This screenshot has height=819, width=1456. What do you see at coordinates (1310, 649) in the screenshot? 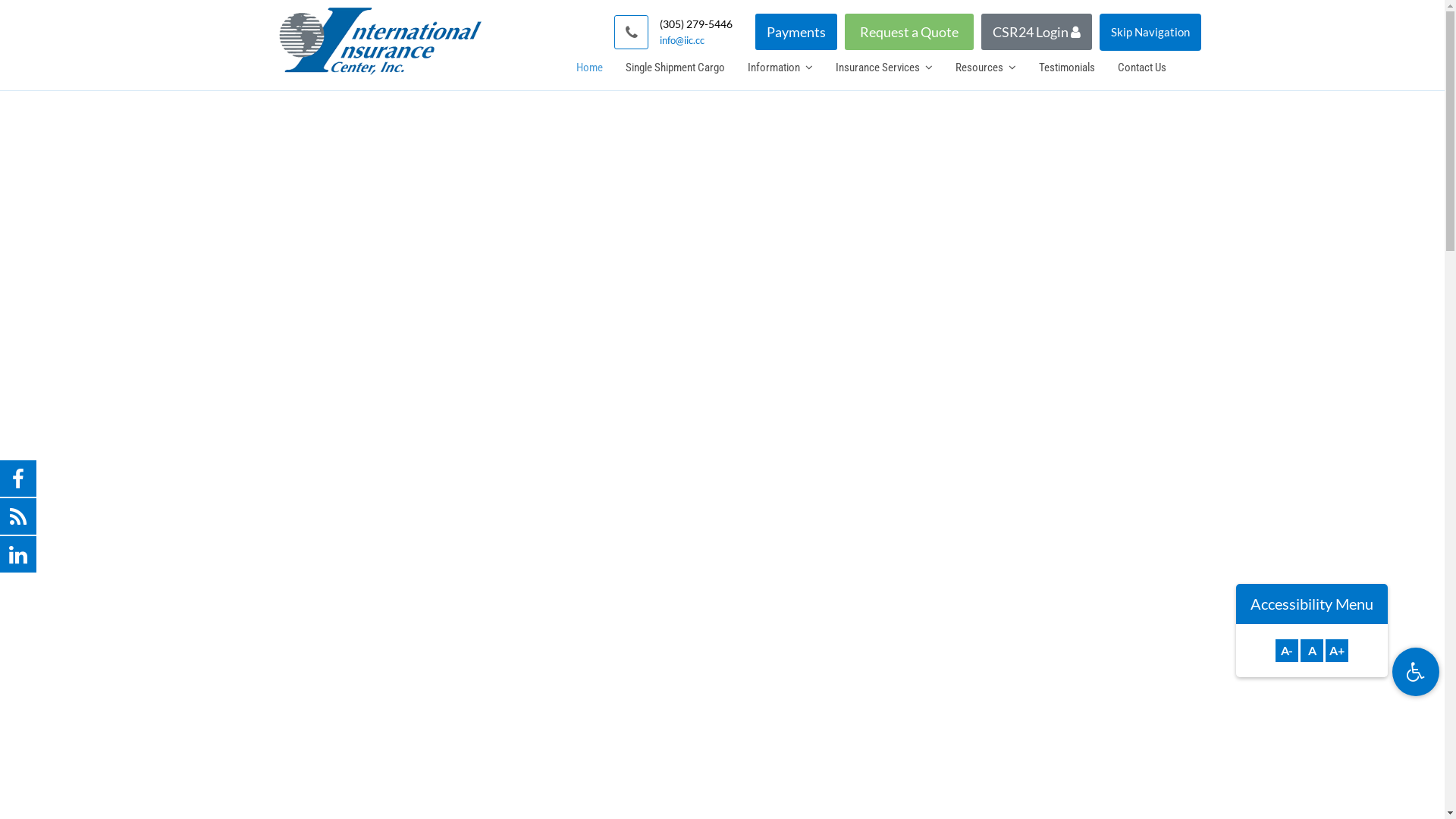
I see `'A'` at bounding box center [1310, 649].